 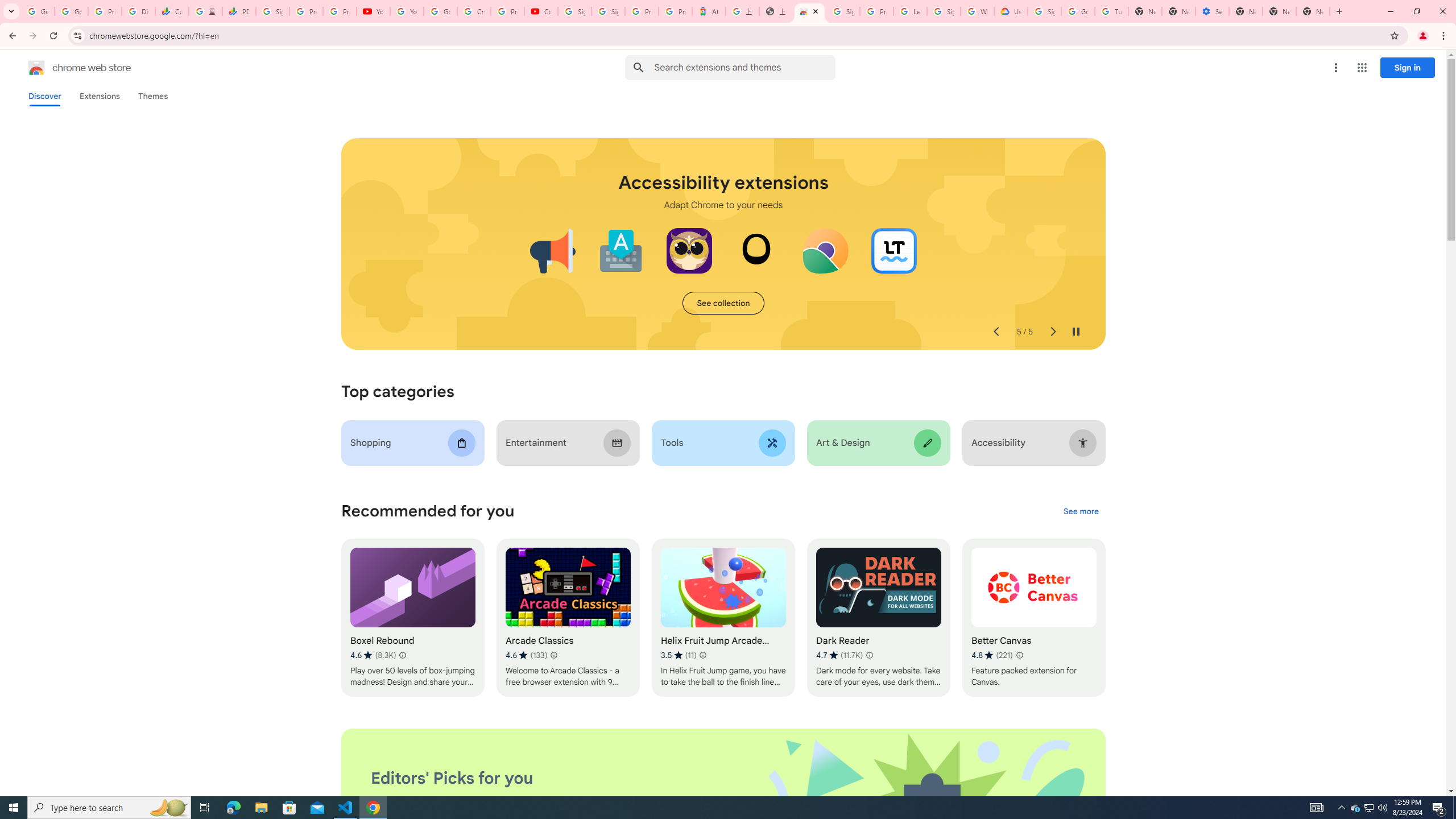 What do you see at coordinates (37, 11) in the screenshot?
I see `'Google Workspace Admin Community'` at bounding box center [37, 11].